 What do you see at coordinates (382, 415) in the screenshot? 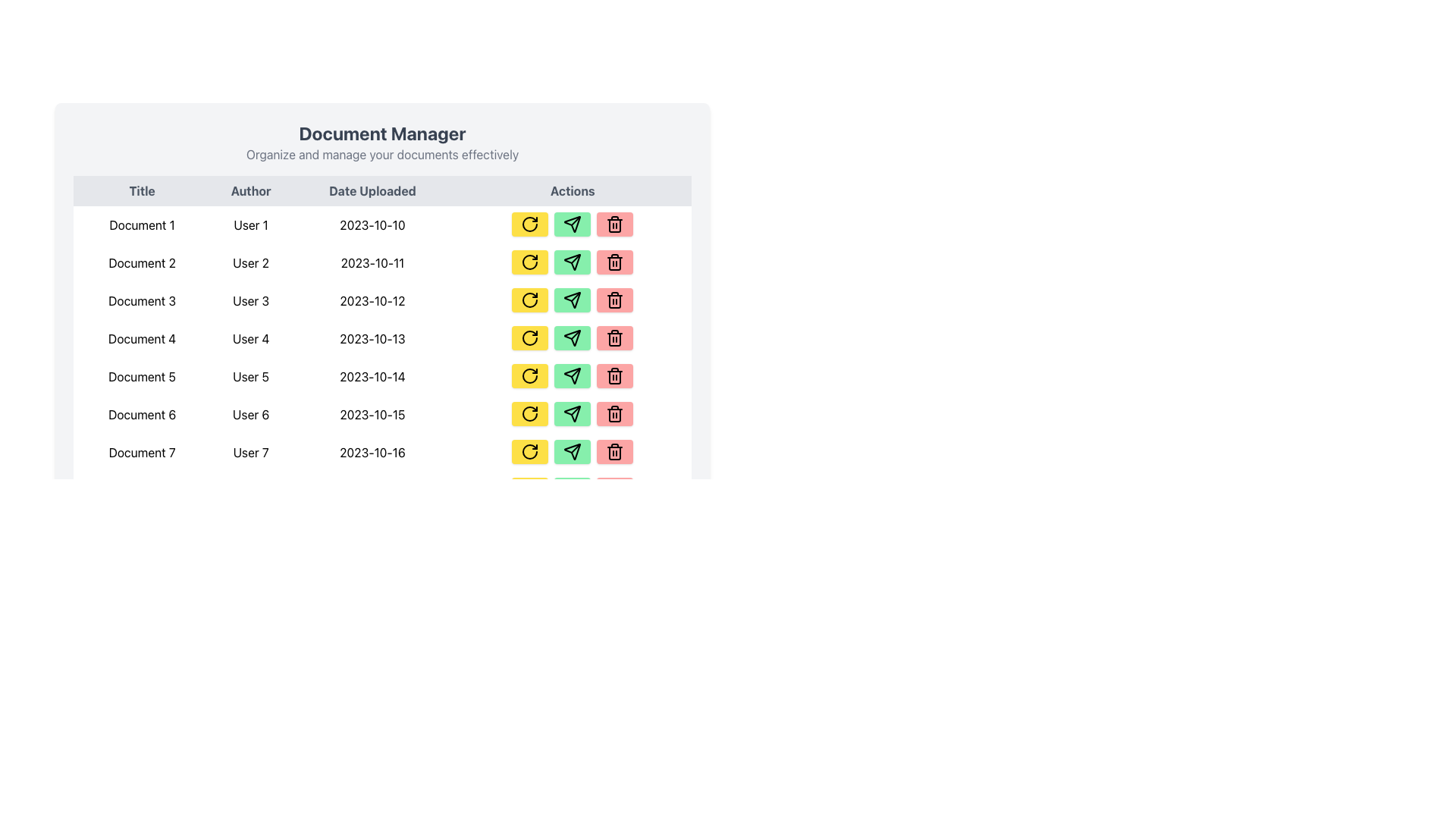
I see `the 6th row of the document entry table` at bounding box center [382, 415].